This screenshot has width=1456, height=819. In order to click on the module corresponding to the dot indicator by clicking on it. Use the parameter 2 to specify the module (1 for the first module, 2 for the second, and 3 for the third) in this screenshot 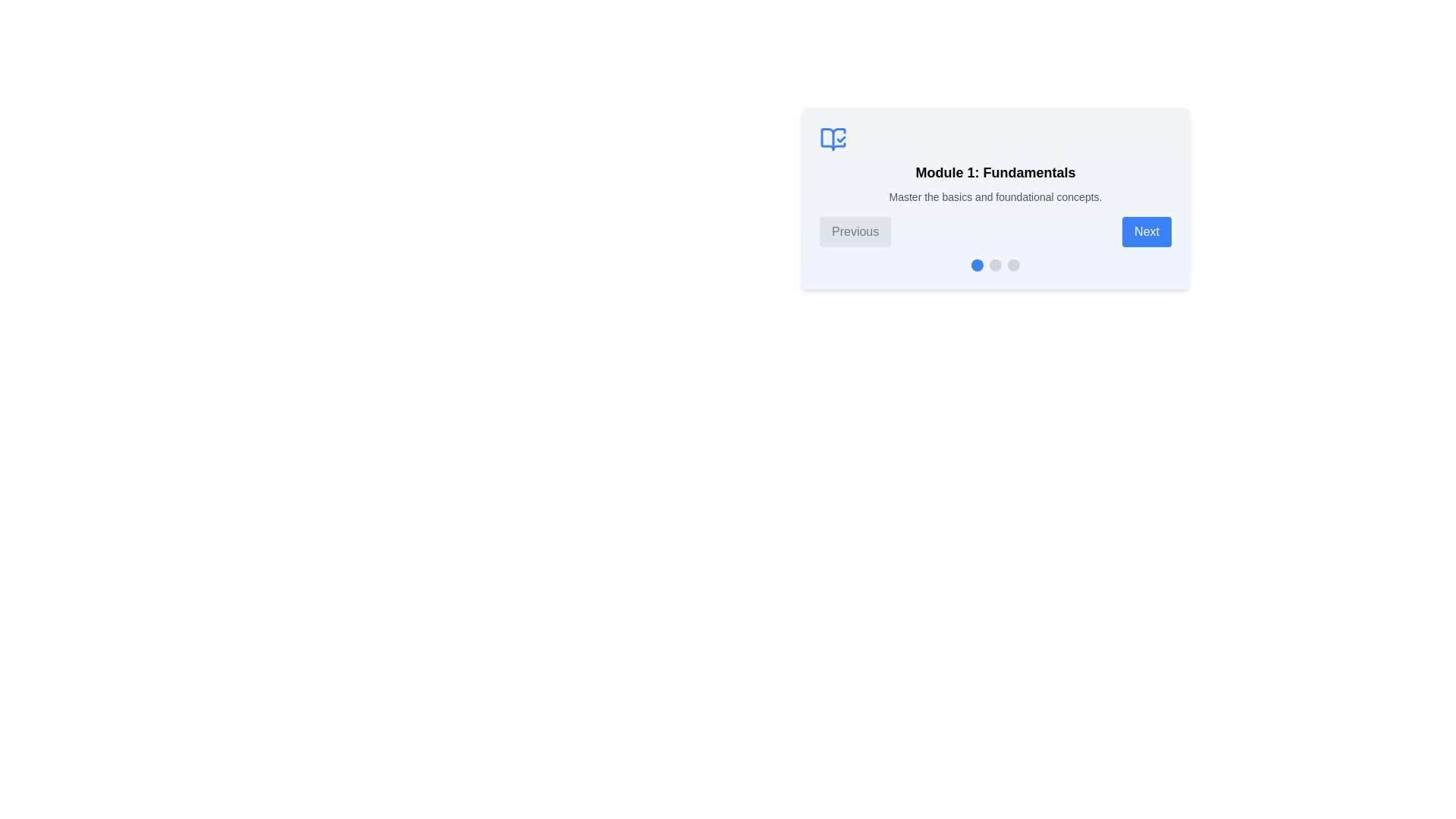, I will do `click(996, 265)`.